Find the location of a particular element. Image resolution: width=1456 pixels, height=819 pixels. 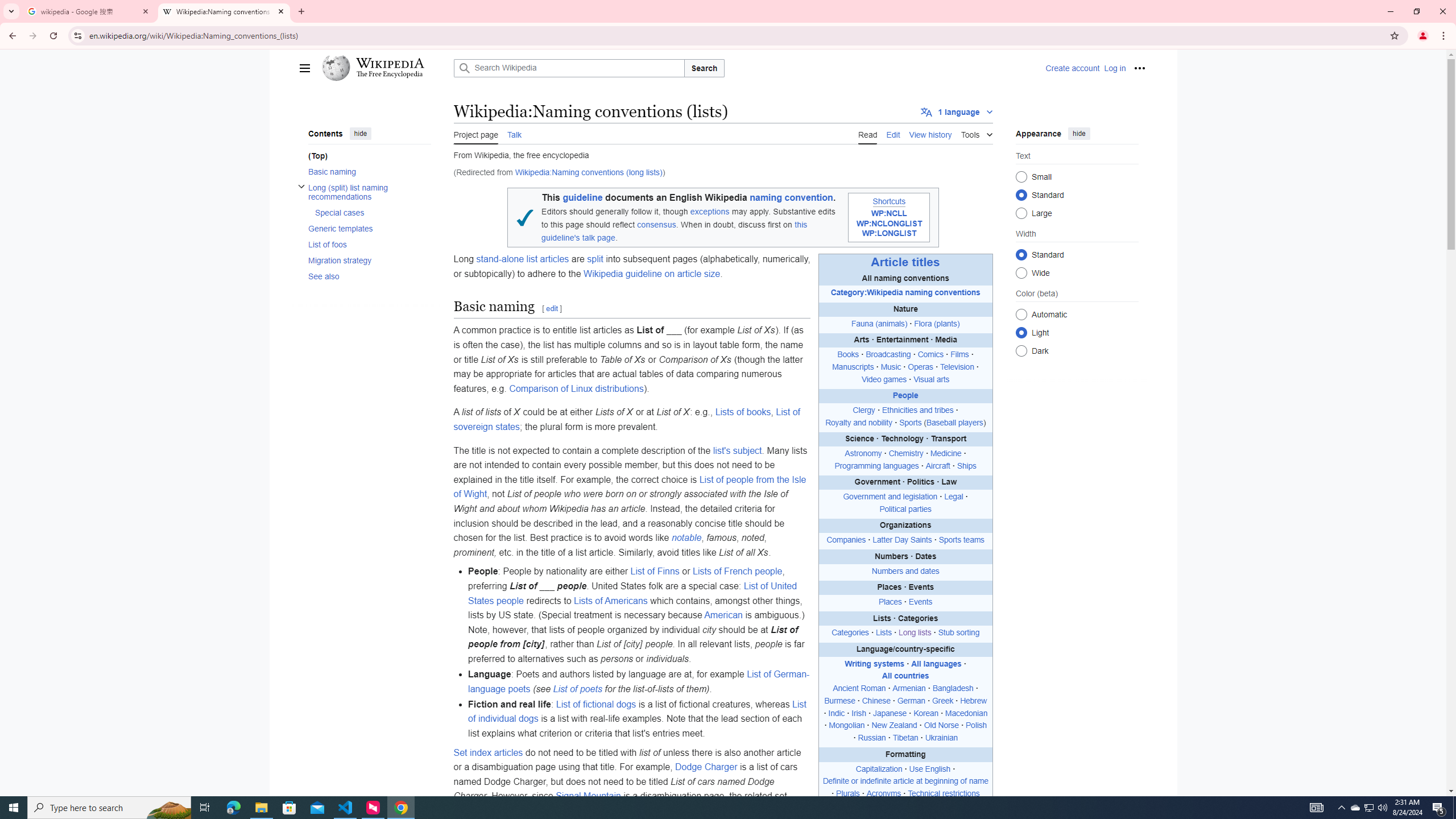

'WP:LONGLIST' is located at coordinates (888, 233).